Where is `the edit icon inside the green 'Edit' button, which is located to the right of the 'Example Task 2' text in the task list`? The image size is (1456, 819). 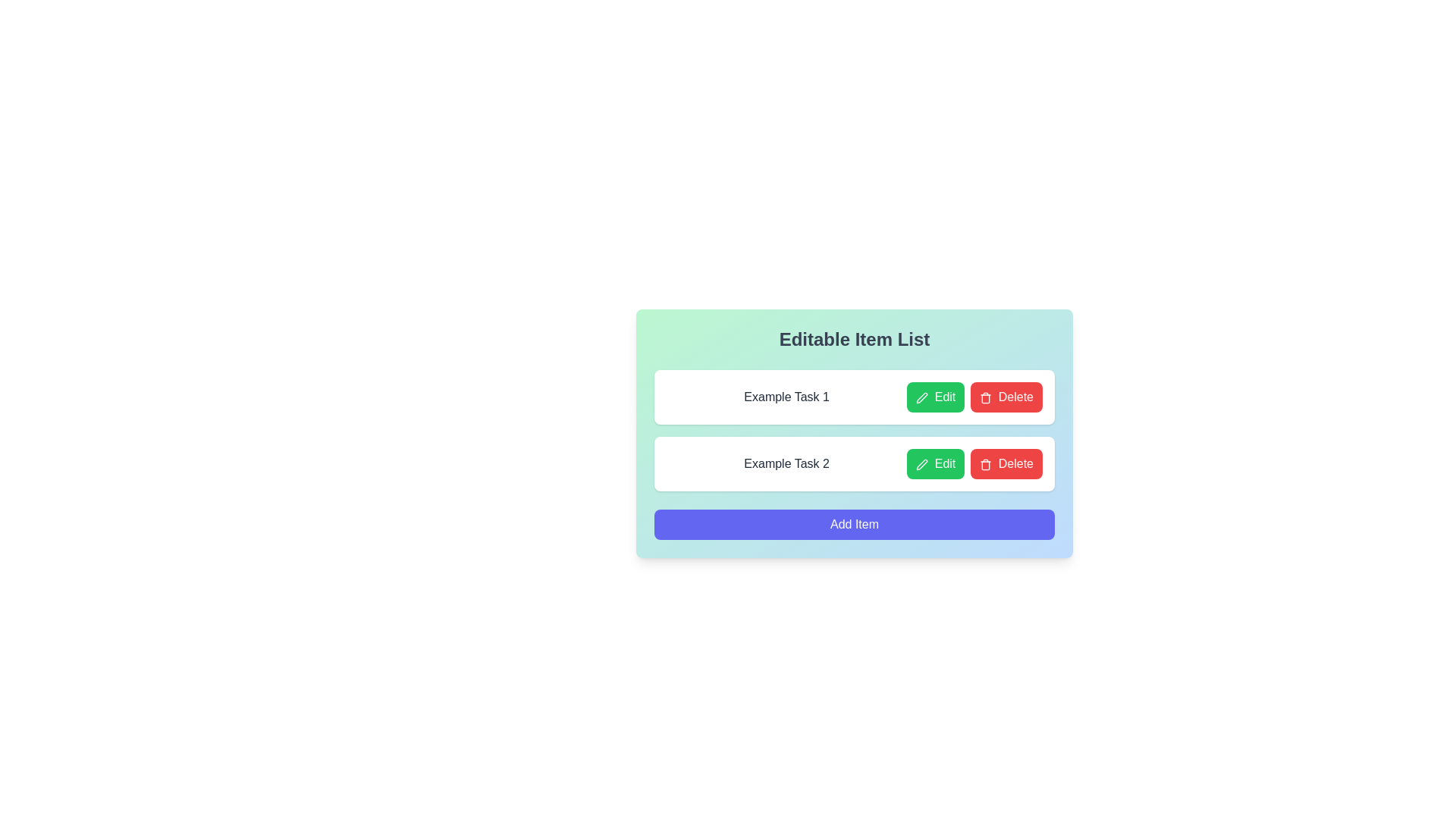
the edit icon inside the green 'Edit' button, which is located to the right of the 'Example Task 2' text in the task list is located at coordinates (921, 463).